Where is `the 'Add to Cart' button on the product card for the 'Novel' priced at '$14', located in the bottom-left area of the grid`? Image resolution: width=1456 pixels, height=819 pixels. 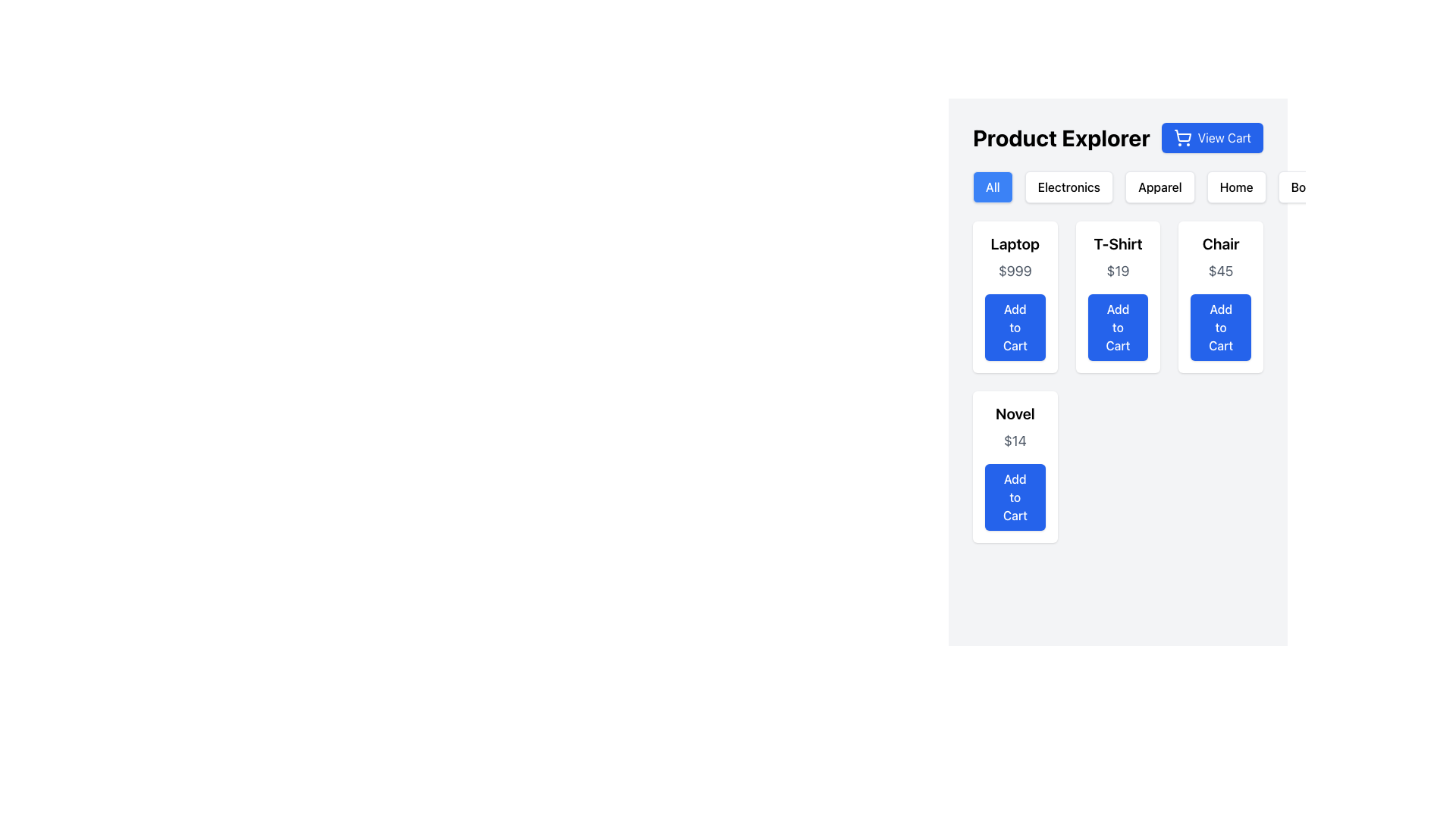
the 'Add to Cart' button on the product card for the 'Novel' priced at '$14', located in the bottom-left area of the grid is located at coordinates (1015, 466).